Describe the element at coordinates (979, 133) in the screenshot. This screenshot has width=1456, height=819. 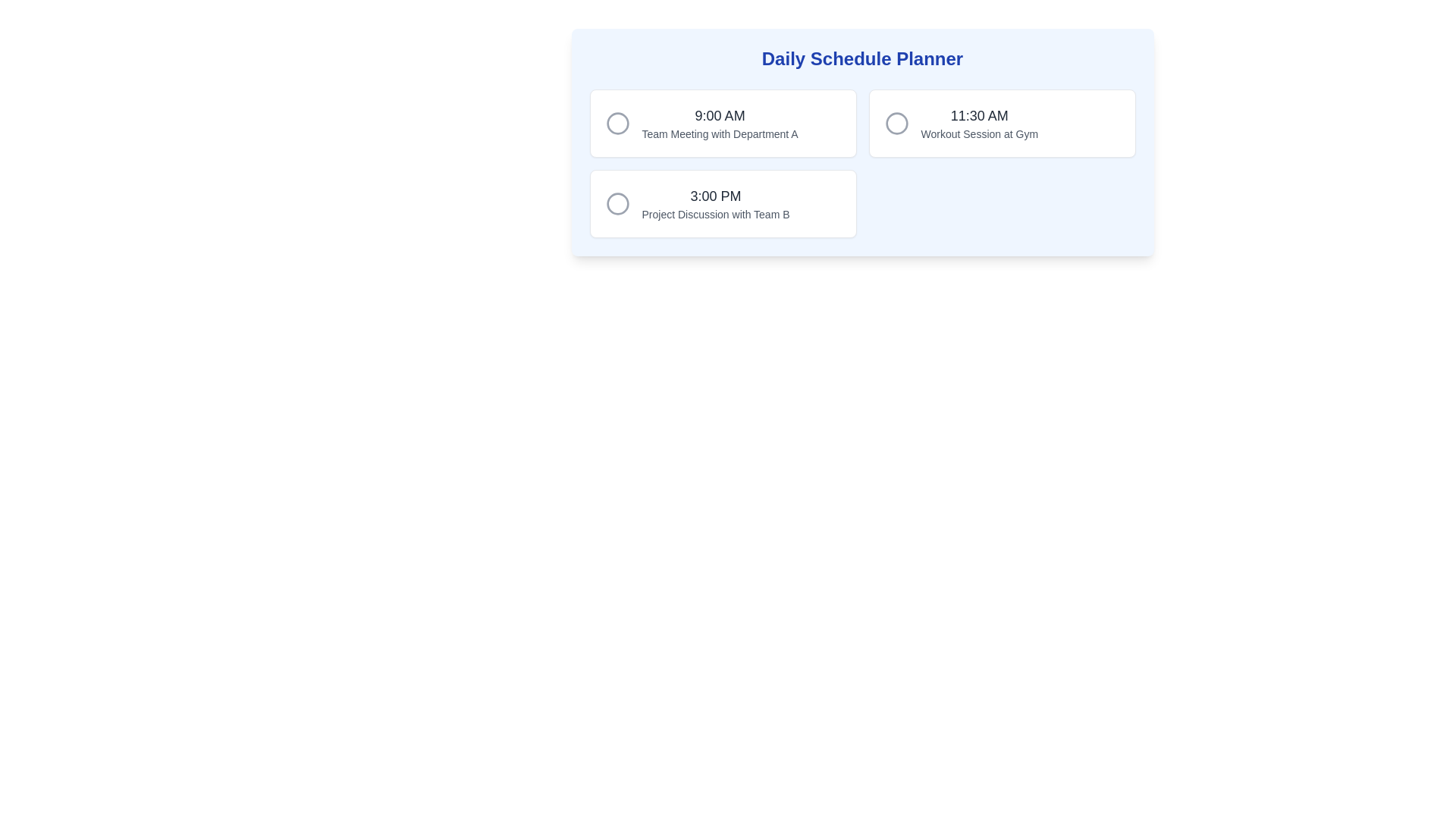
I see `the text label displaying 'Workout Session at Gym' located below '11:30 AM' in the top right schedule card to read its content` at that location.